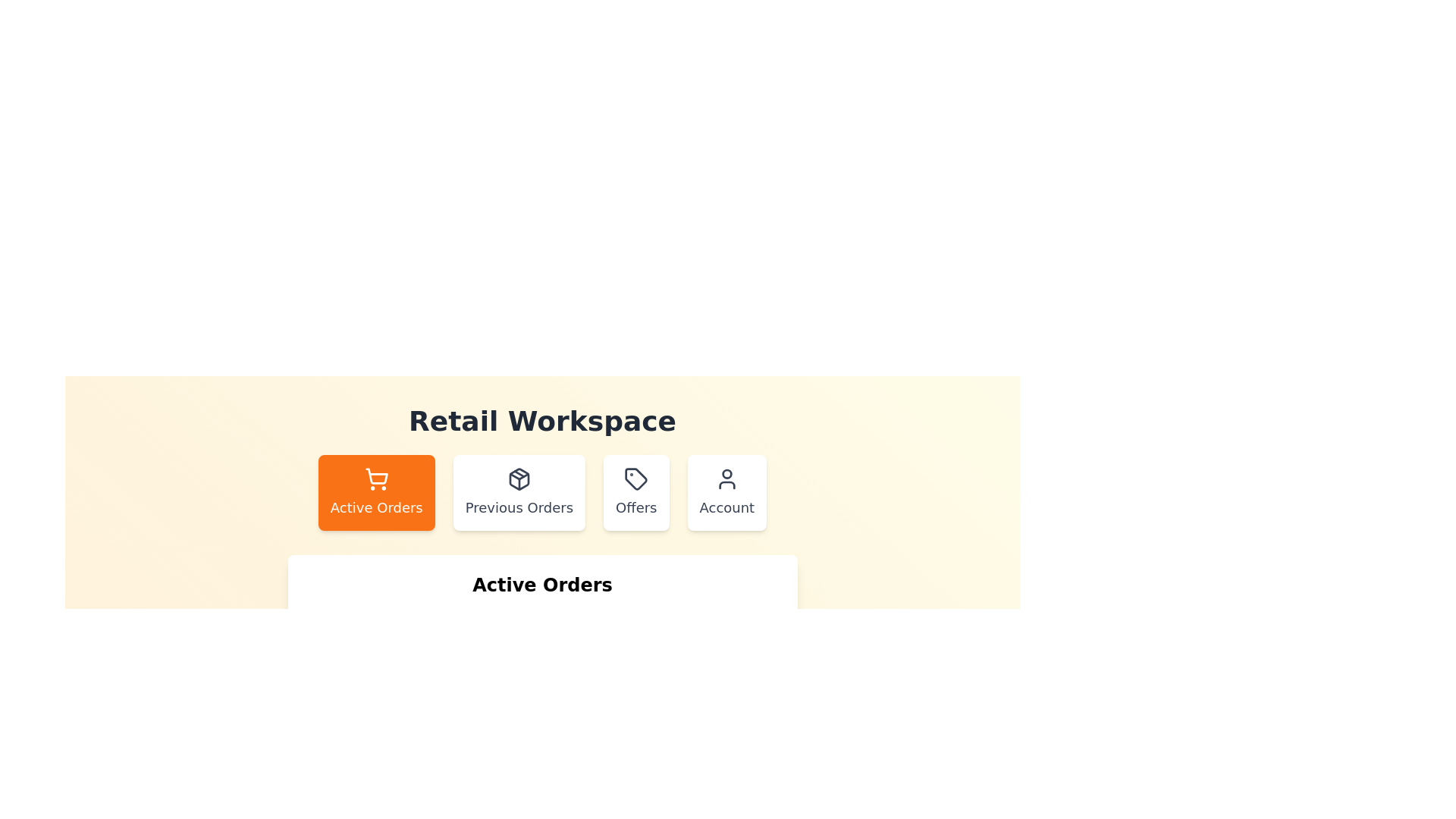  I want to click on the Account tab to switch to it, so click(726, 493).